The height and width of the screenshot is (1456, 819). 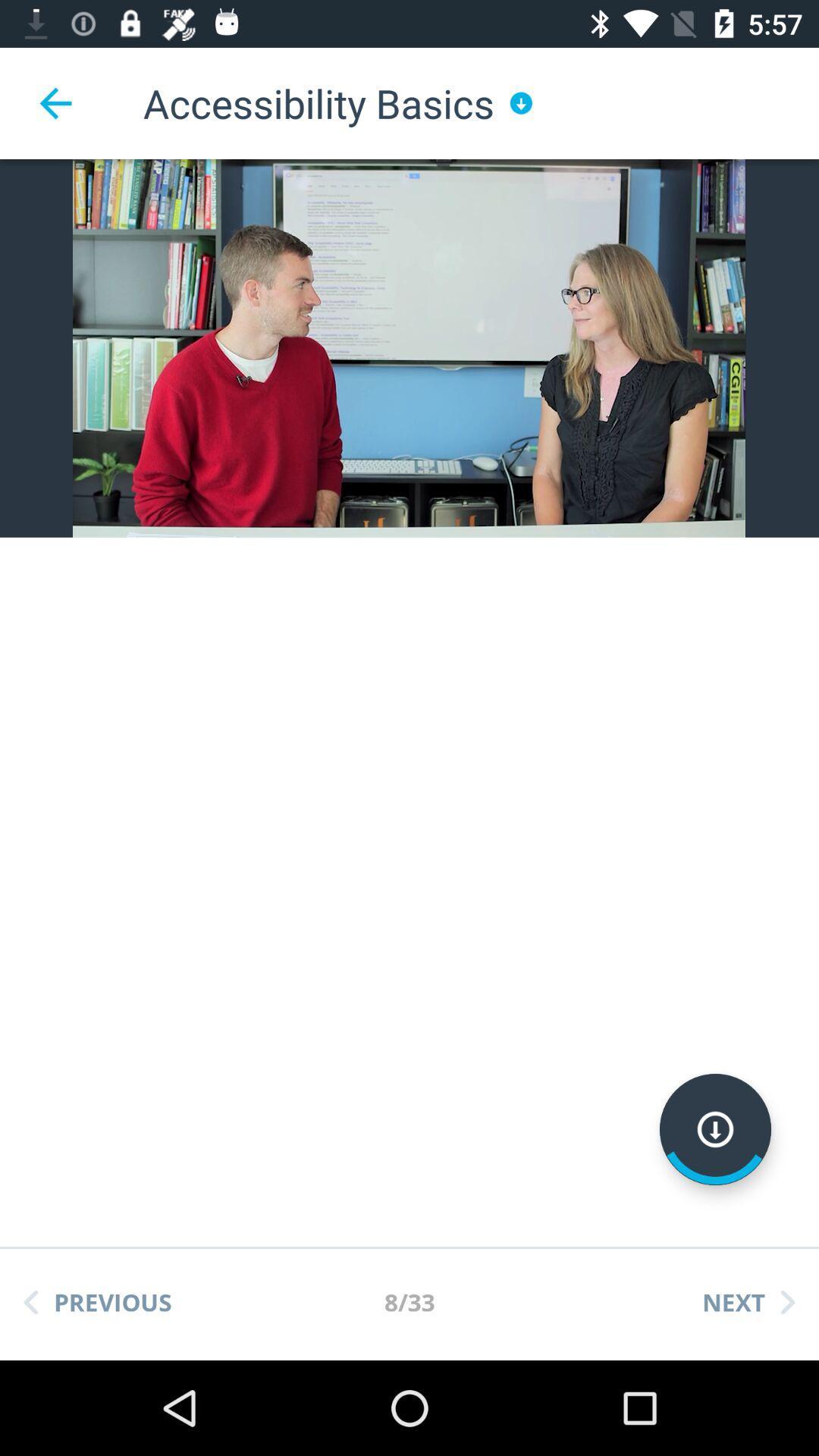 I want to click on go down, so click(x=715, y=1129).